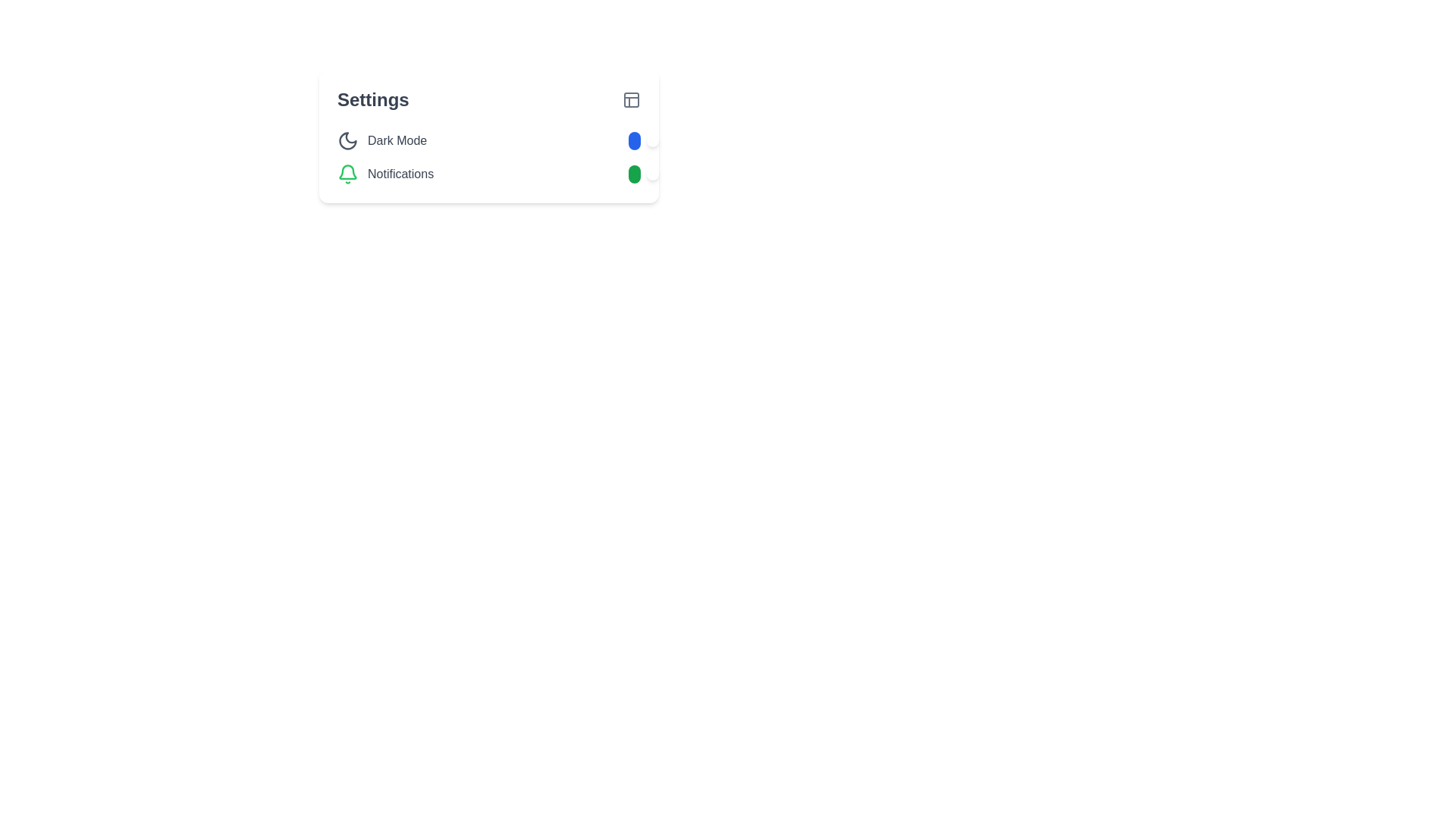 The image size is (1456, 819). Describe the element at coordinates (652, 174) in the screenshot. I see `the toggle switch handle for the 'Notifications' setting, which is located in the bottom right corner of the interface` at that location.